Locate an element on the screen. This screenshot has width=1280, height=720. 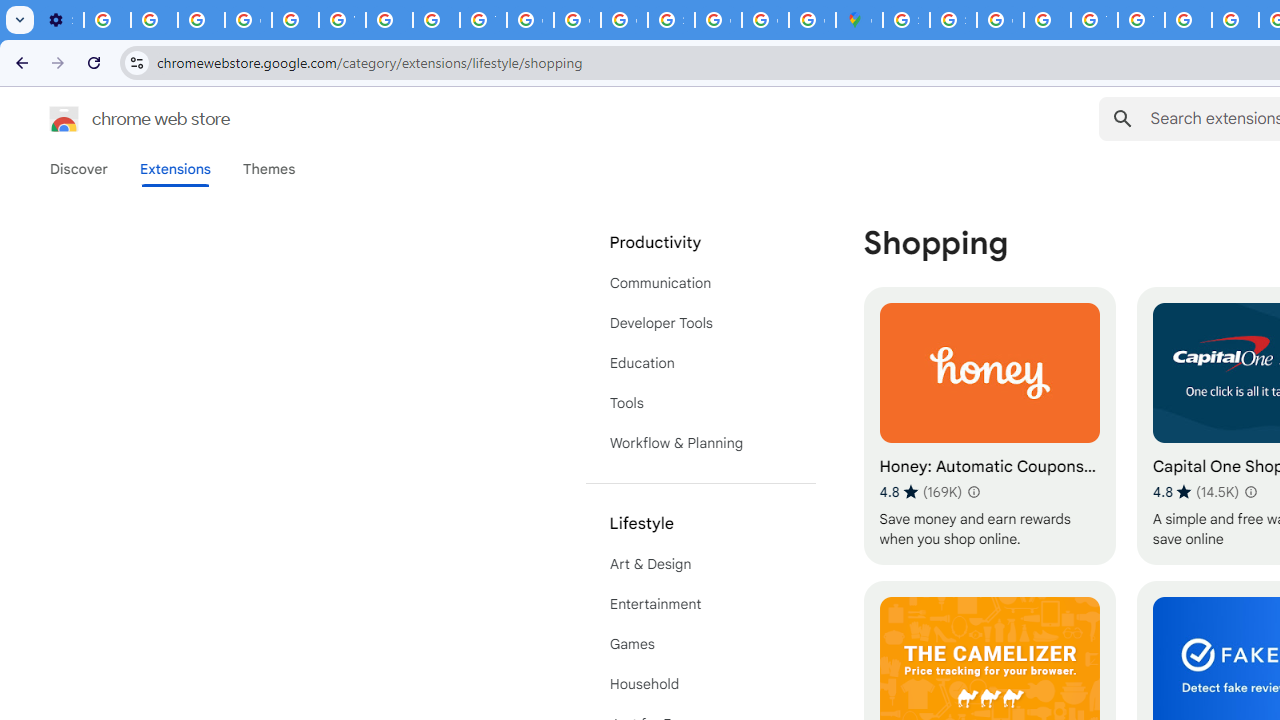
'Honey: Automatic Coupons & Rewards' is located at coordinates (989, 425).